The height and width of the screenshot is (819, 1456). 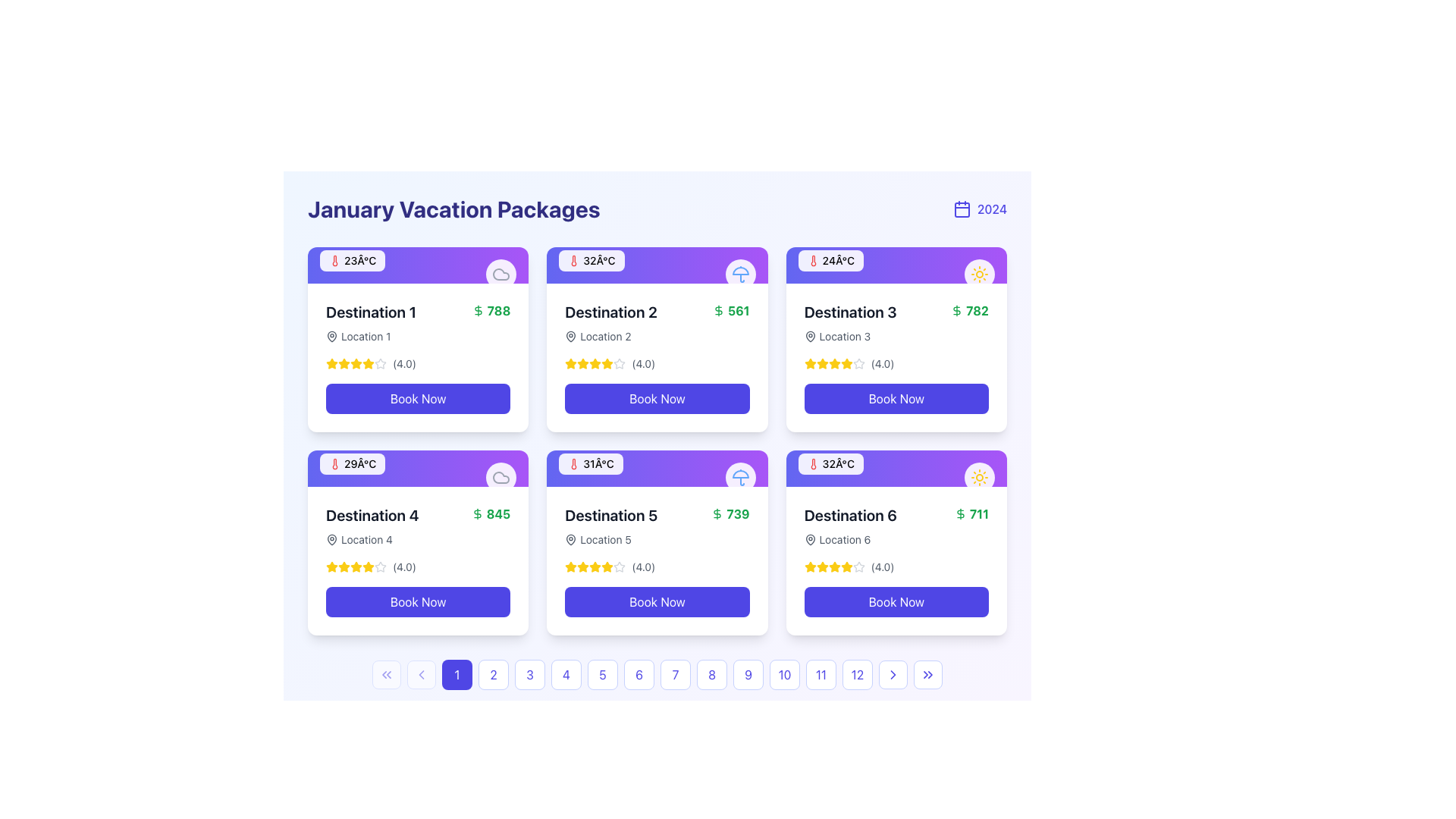 I want to click on the star icon representing the rating for 'Destination 3' located in the first row and third column of the grid, so click(x=809, y=363).